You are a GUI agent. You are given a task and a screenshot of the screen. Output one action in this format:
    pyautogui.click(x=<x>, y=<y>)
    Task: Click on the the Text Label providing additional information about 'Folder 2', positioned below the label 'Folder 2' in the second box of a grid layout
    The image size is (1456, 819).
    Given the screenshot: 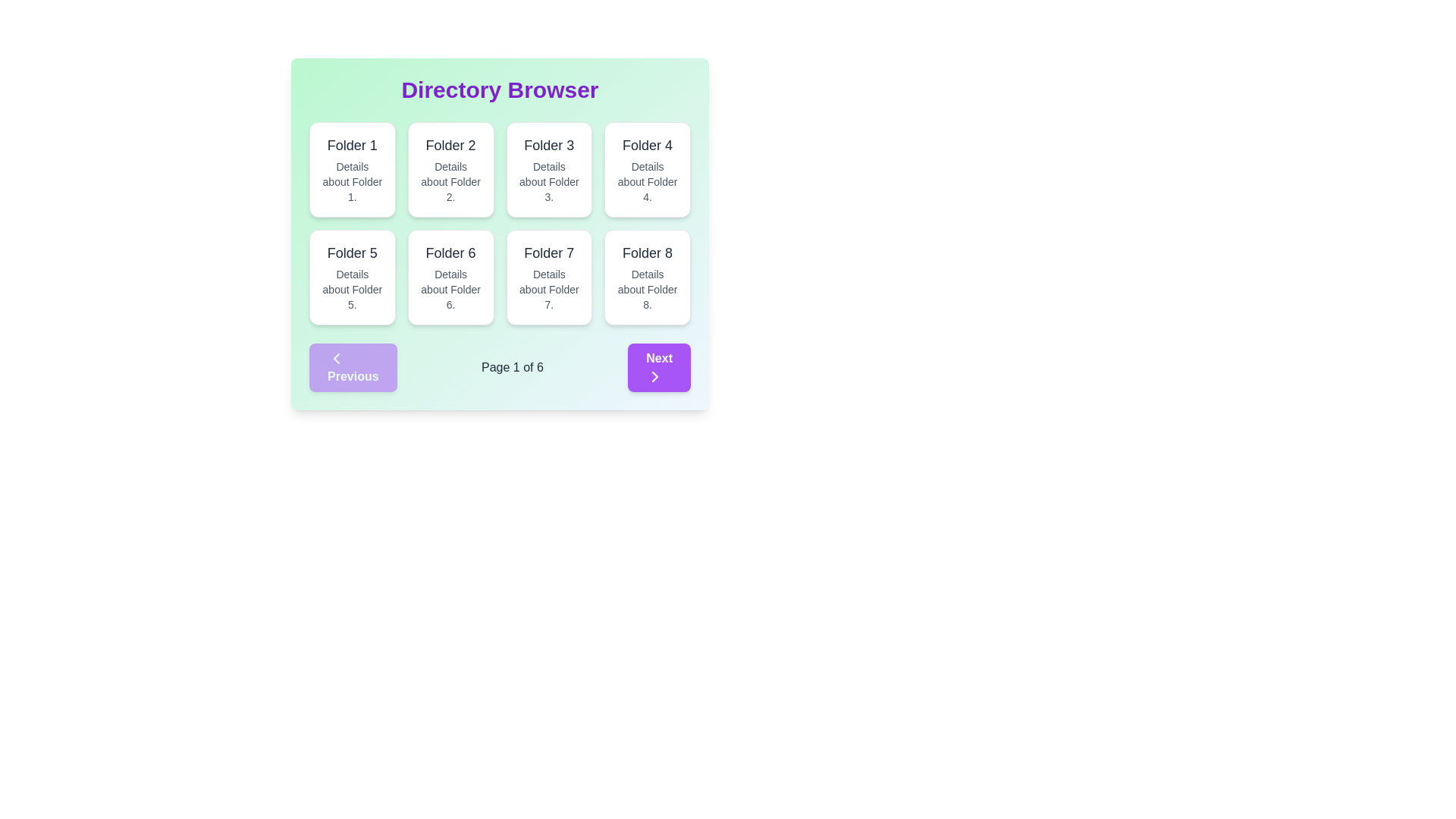 What is the action you would take?
    pyautogui.click(x=450, y=180)
    